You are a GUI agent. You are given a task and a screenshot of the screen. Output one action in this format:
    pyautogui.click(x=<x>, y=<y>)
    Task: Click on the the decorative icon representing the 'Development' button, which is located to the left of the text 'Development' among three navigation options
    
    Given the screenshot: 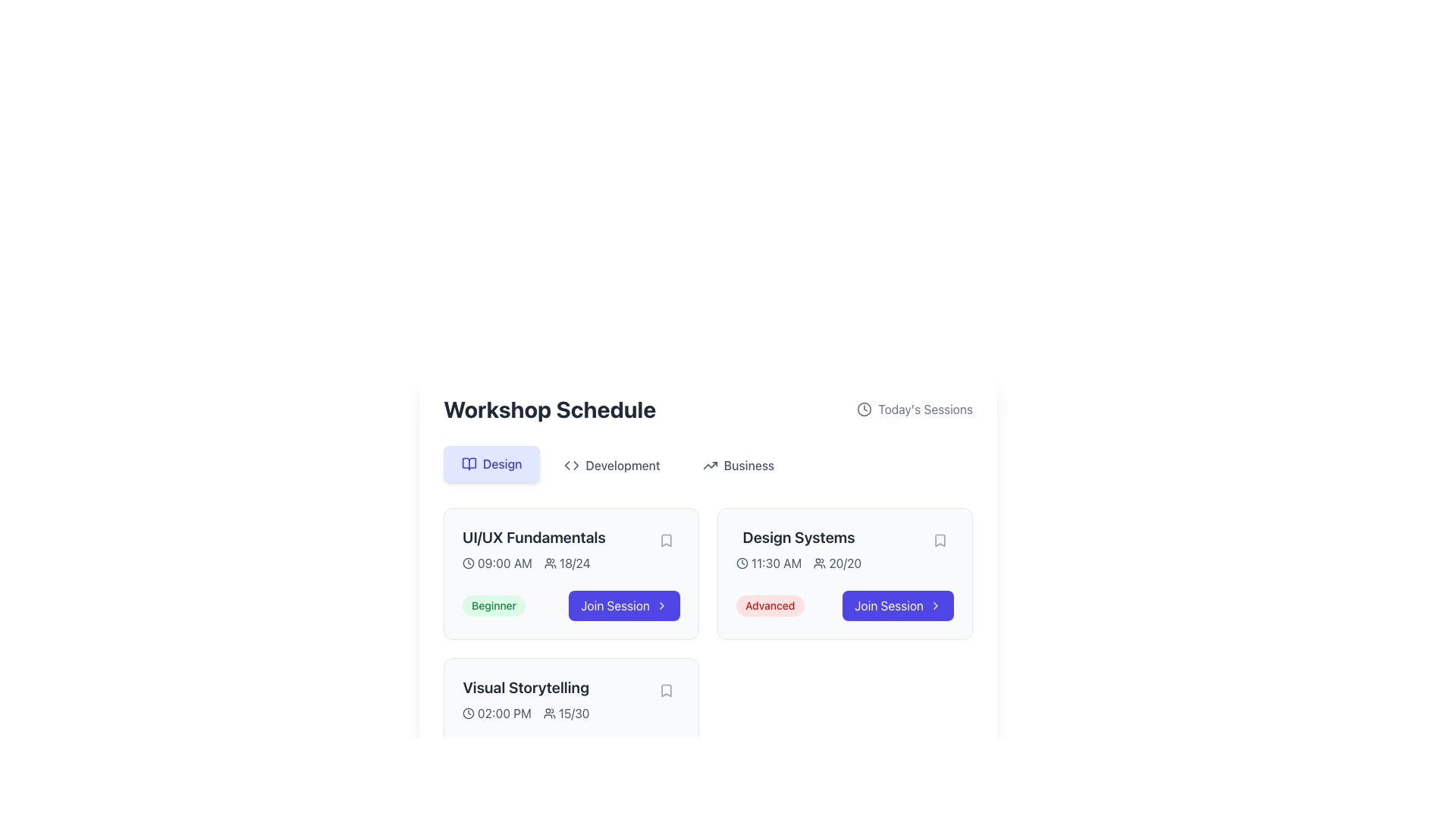 What is the action you would take?
    pyautogui.click(x=571, y=464)
    